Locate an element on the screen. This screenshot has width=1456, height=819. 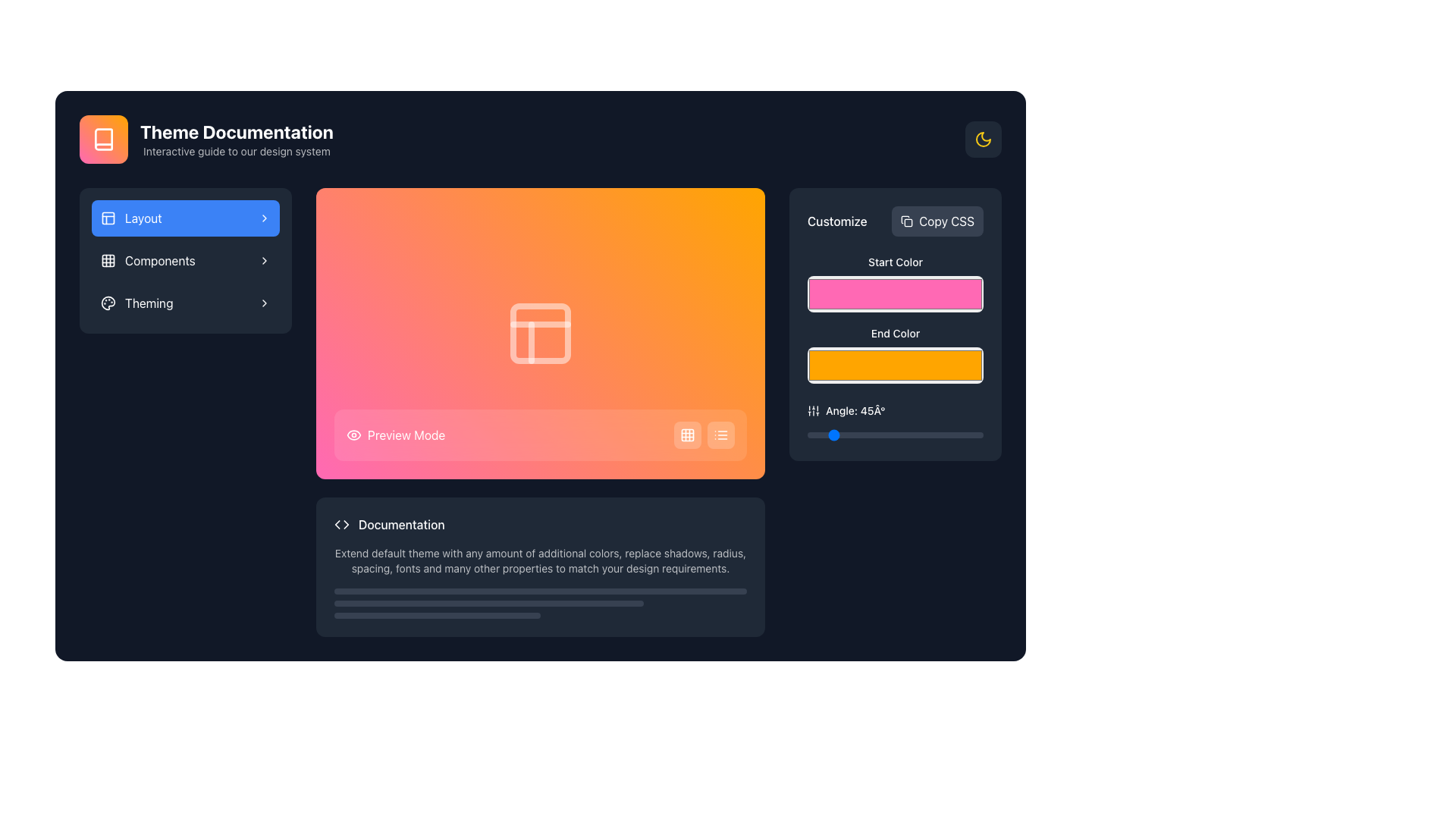
the slider located on the right-hand side of the interface, below the 'Angle: 45°' label is located at coordinates (895, 435).